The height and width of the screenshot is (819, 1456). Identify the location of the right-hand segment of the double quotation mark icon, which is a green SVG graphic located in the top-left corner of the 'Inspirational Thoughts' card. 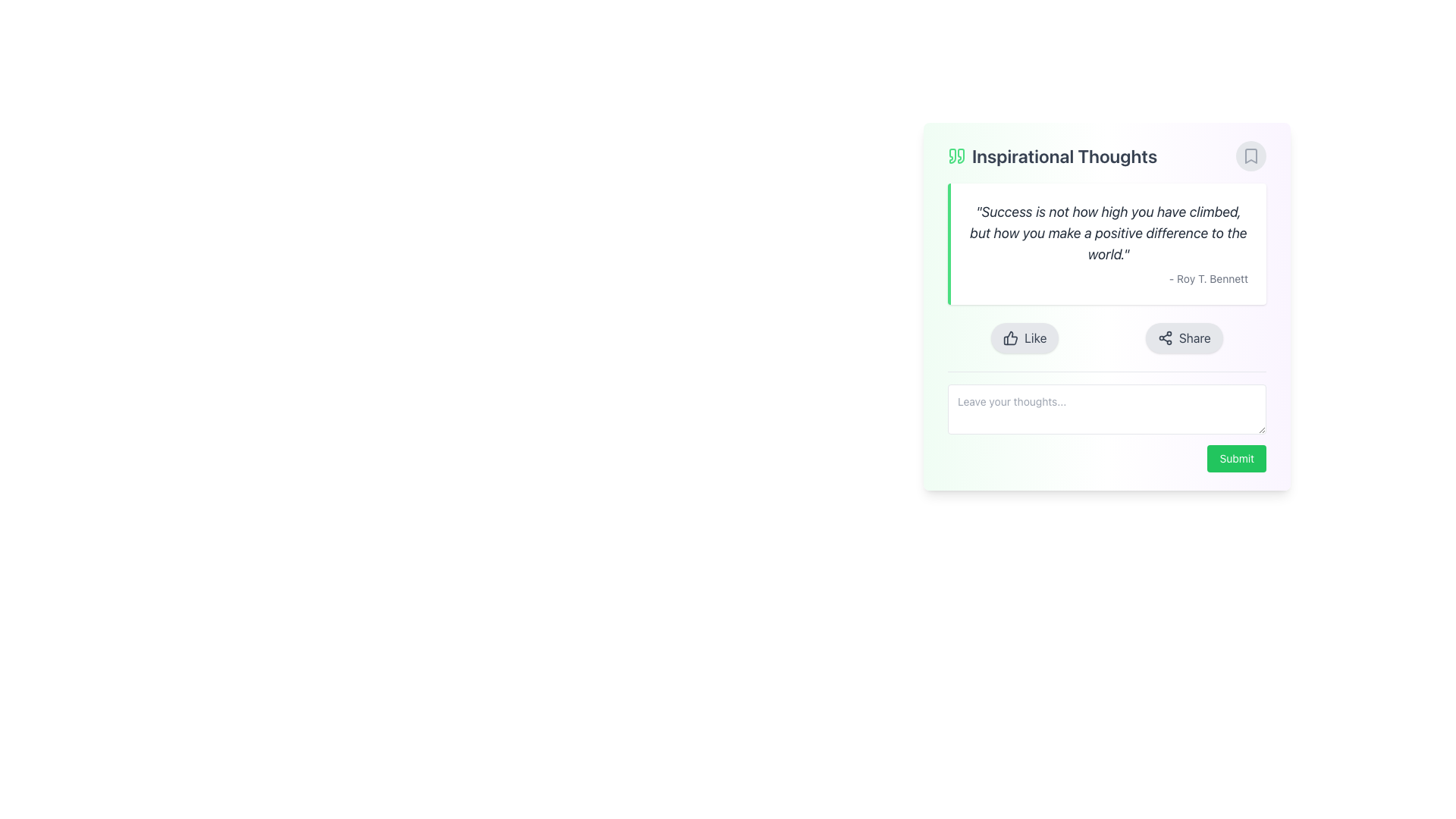
(960, 155).